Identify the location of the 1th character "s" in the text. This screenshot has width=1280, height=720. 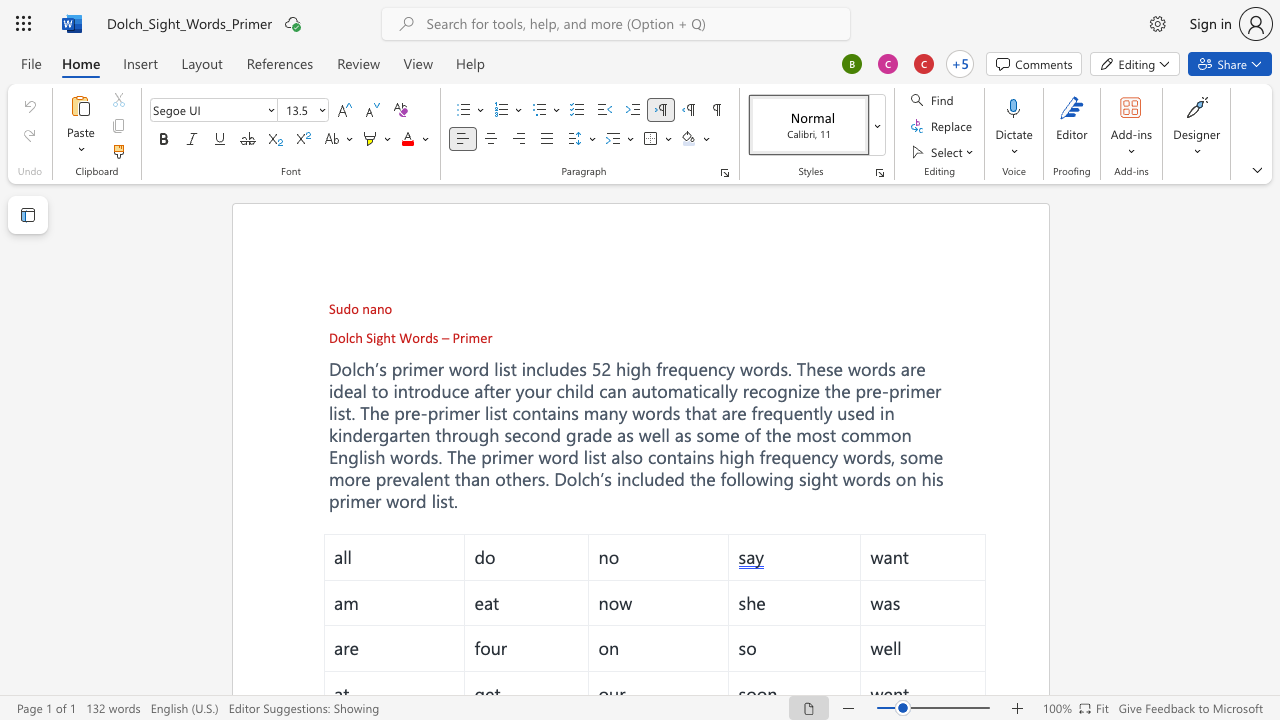
(851, 411).